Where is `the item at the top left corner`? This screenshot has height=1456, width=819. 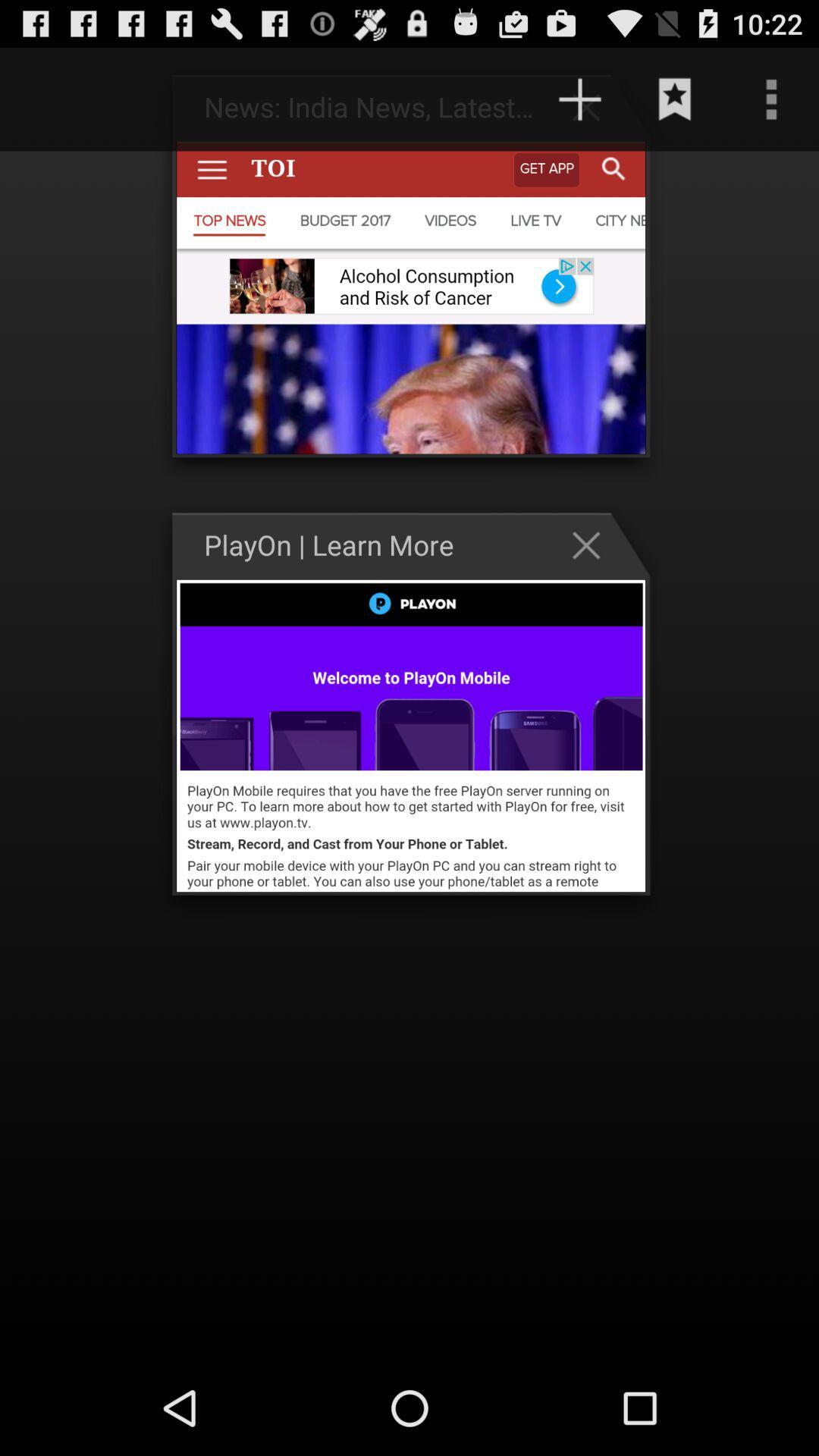 the item at the top left corner is located at coordinates (61, 99).